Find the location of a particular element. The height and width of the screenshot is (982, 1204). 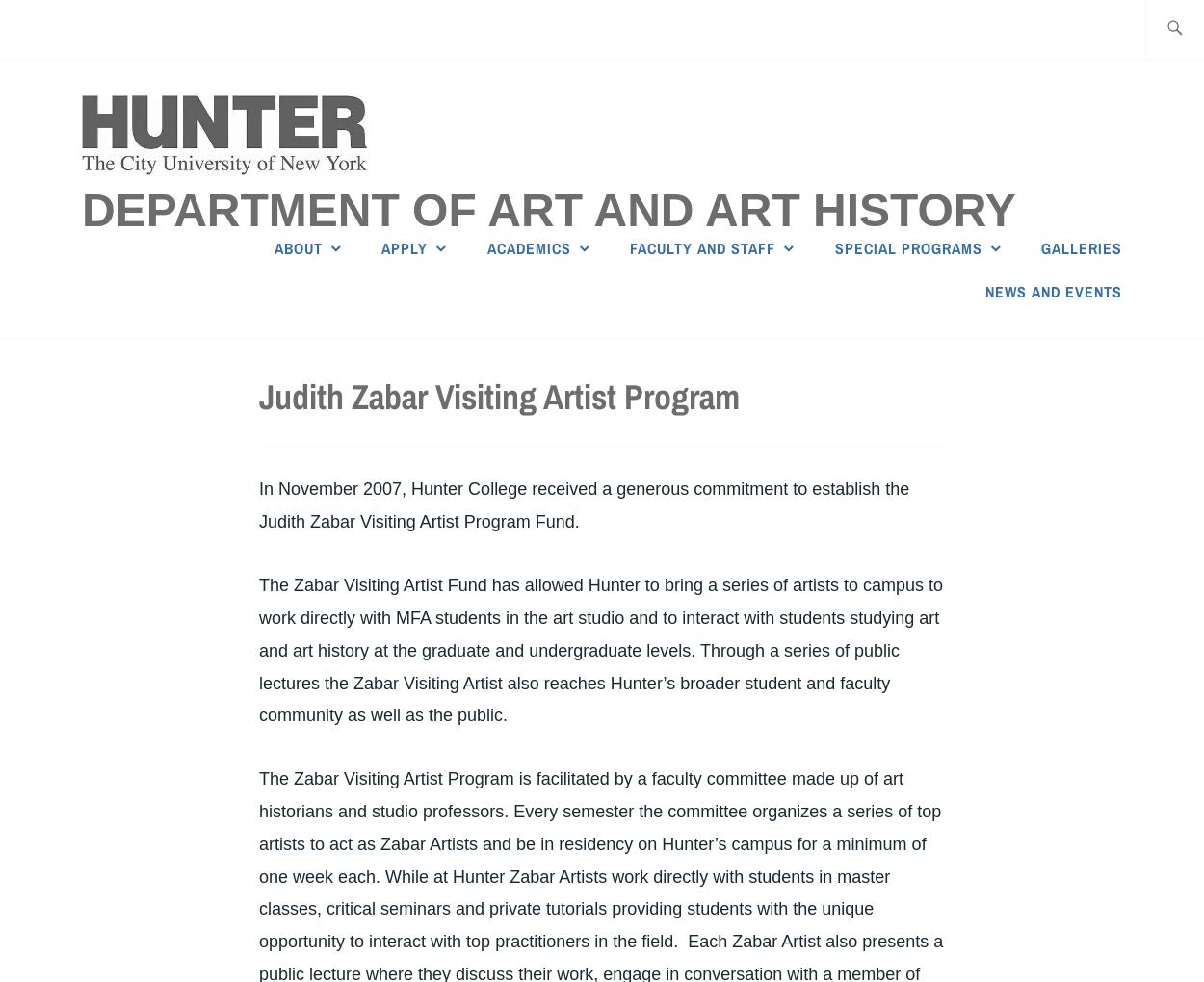

'Department of Art and Art History' is located at coordinates (547, 210).